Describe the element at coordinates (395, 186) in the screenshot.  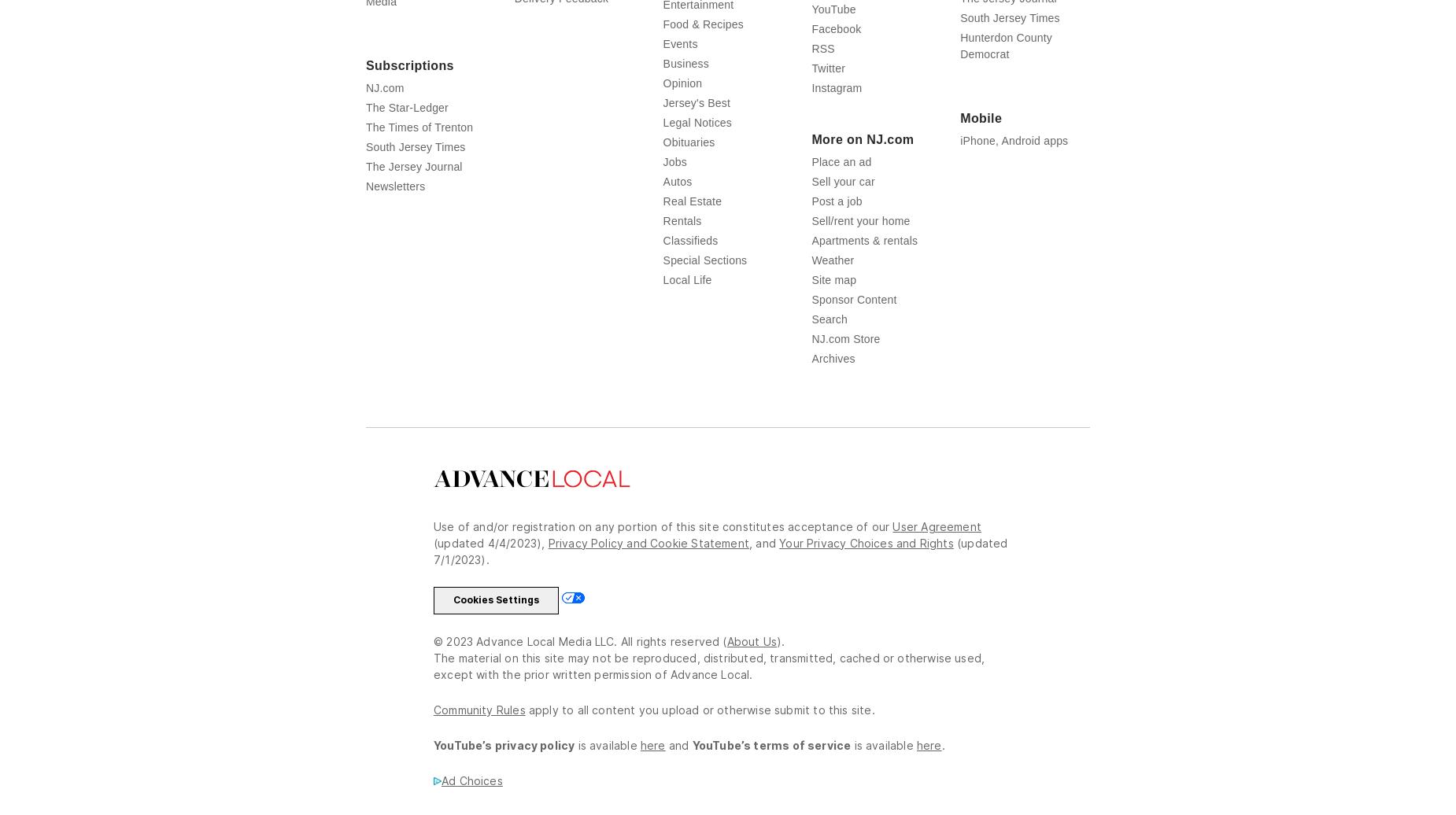
I see `'Newsletters'` at that location.